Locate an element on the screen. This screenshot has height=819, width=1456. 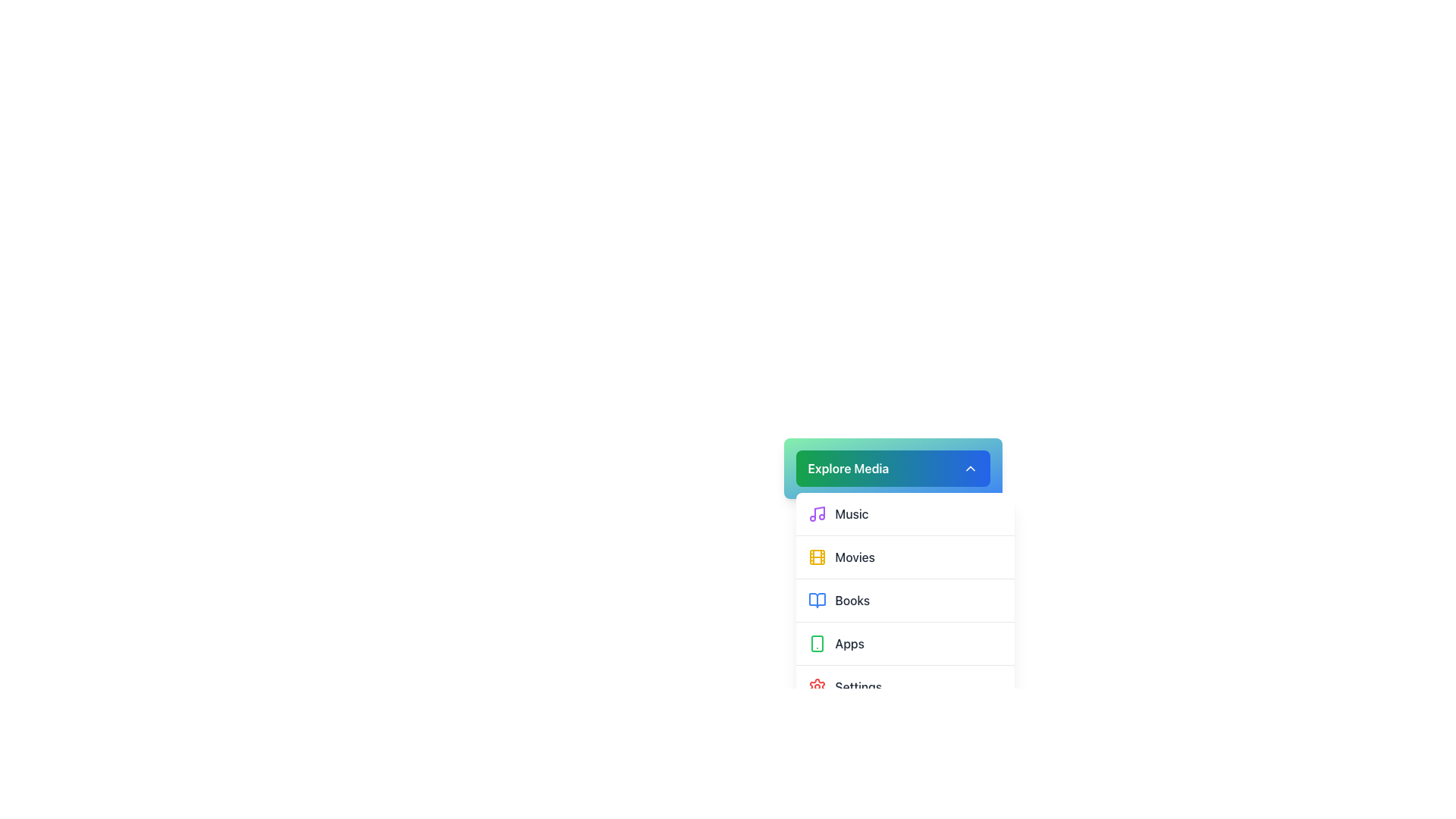
the SVG Icon located to the left of the labeled text 'Apps' in the dropdown list under the 'Explore Media' header is located at coordinates (816, 643).